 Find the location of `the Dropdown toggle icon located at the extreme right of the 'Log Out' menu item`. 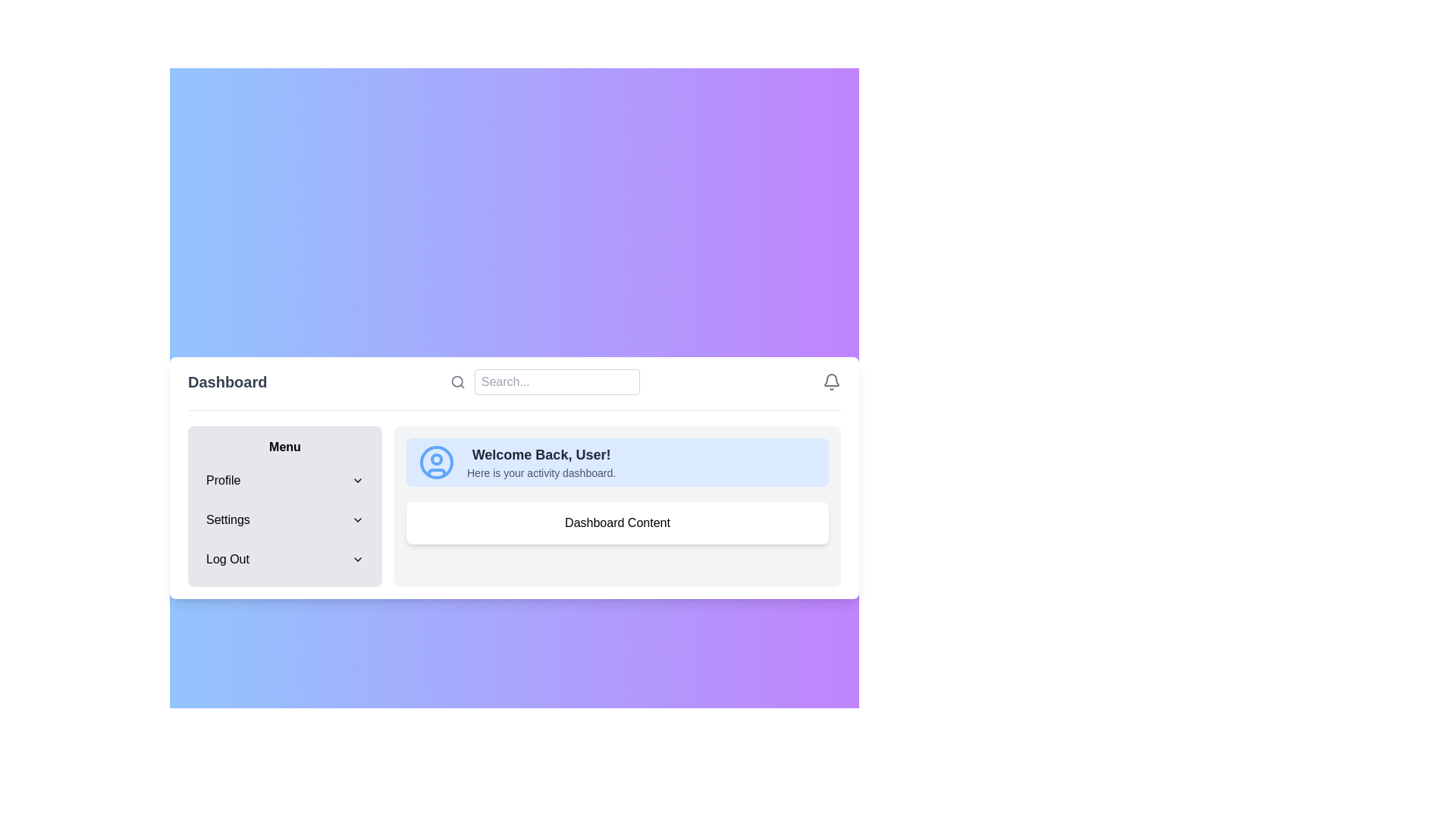

the Dropdown toggle icon located at the extreme right of the 'Log Out' menu item is located at coordinates (356, 559).